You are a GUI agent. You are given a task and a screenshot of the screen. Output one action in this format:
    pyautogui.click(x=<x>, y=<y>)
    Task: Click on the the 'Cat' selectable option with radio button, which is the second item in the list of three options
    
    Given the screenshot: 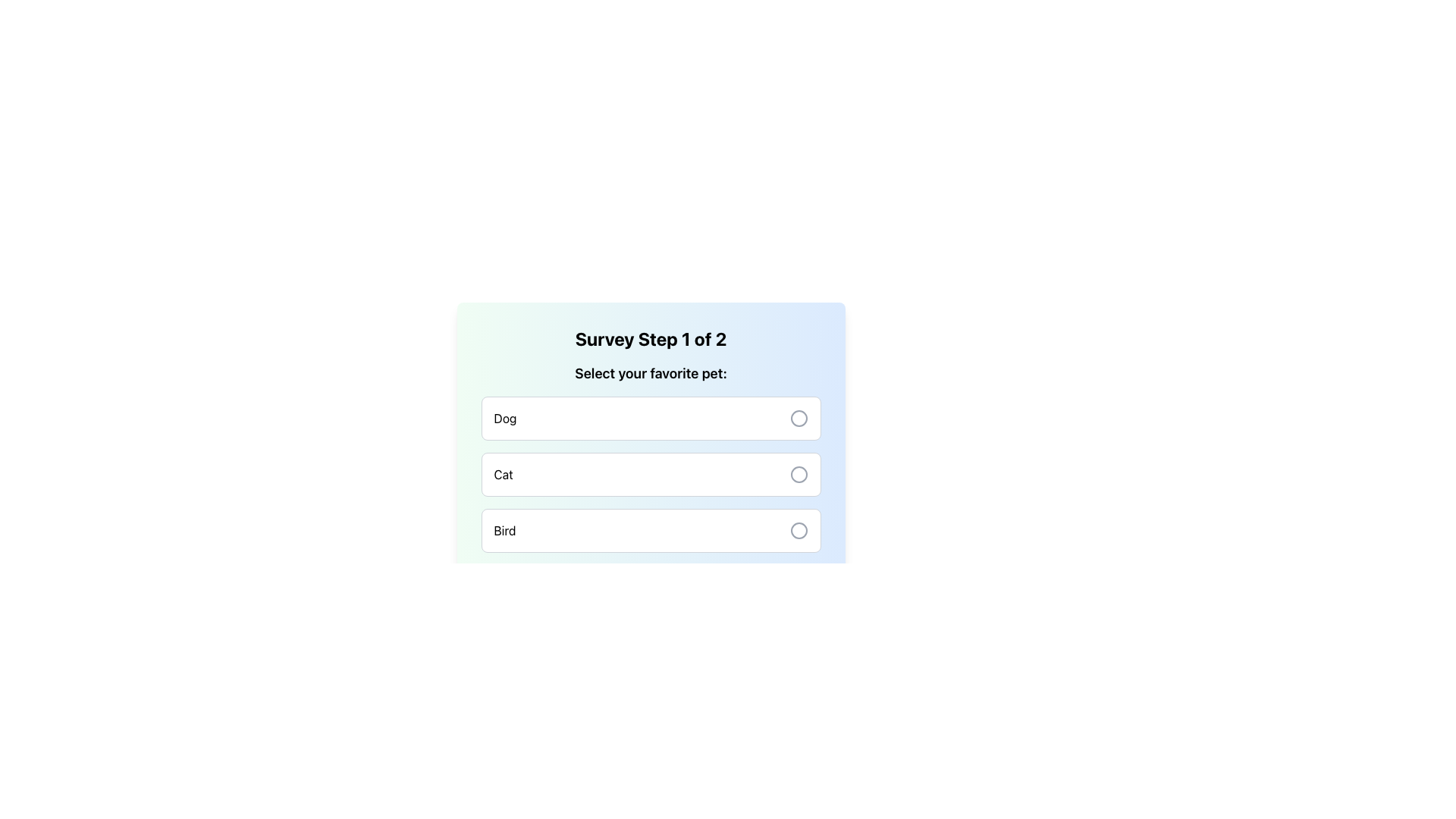 What is the action you would take?
    pyautogui.click(x=651, y=473)
    